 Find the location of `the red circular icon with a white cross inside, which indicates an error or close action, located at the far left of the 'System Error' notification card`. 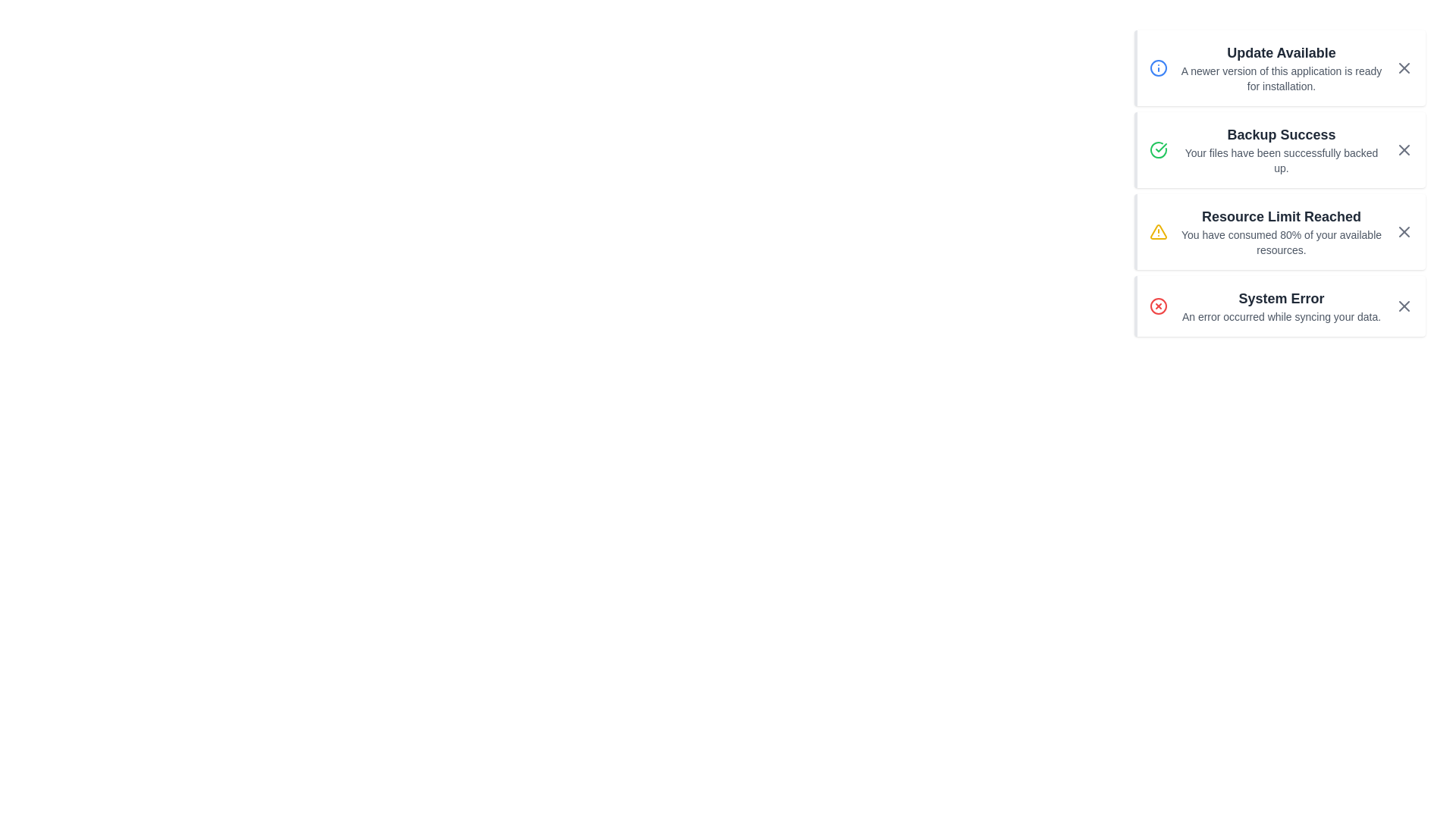

the red circular icon with a white cross inside, which indicates an error or close action, located at the far left of the 'System Error' notification card is located at coordinates (1157, 306).